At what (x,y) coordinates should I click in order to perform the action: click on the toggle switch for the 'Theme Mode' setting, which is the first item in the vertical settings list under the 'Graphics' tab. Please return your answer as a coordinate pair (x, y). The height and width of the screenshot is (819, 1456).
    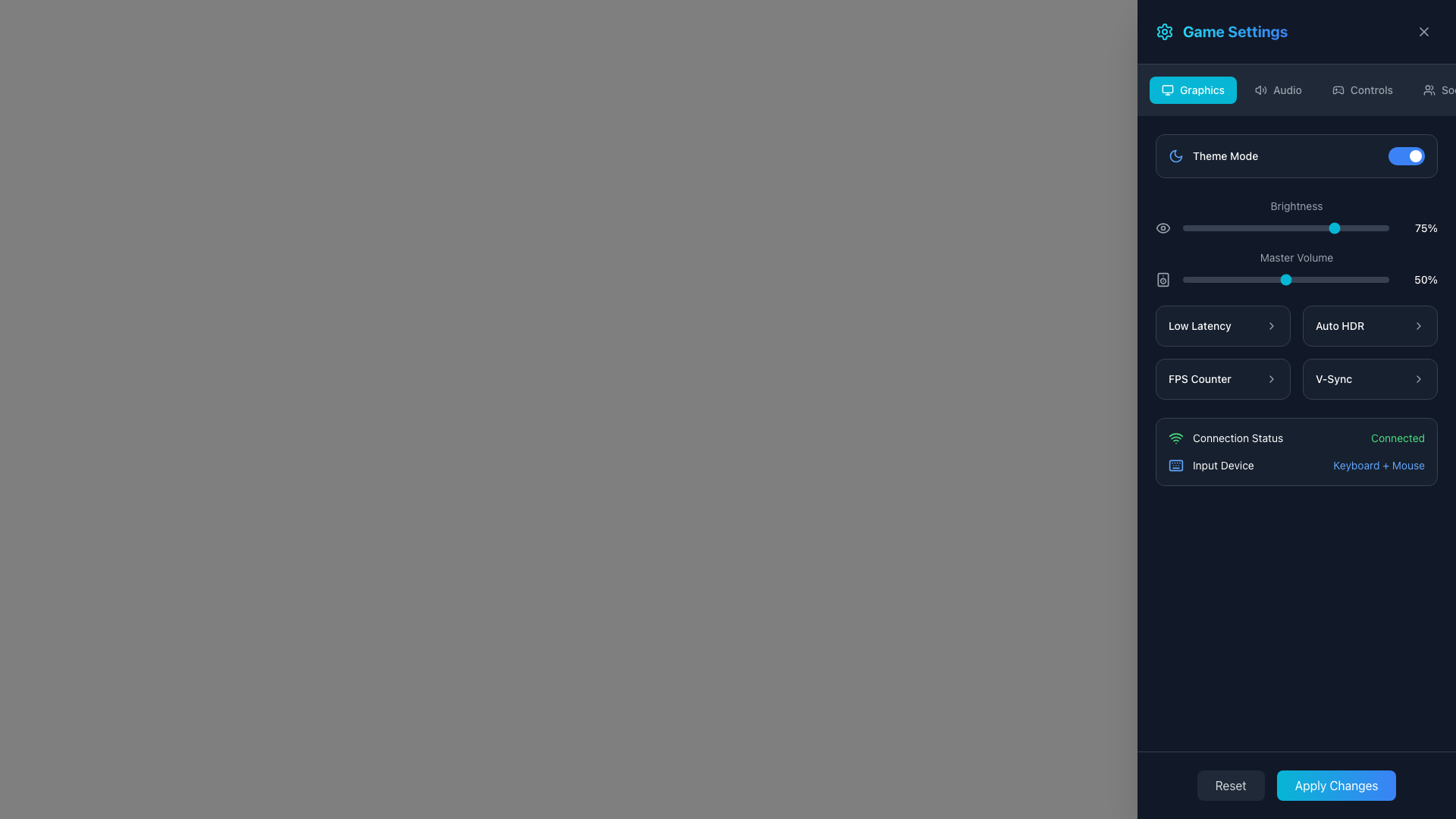
    Looking at the image, I should click on (1295, 155).